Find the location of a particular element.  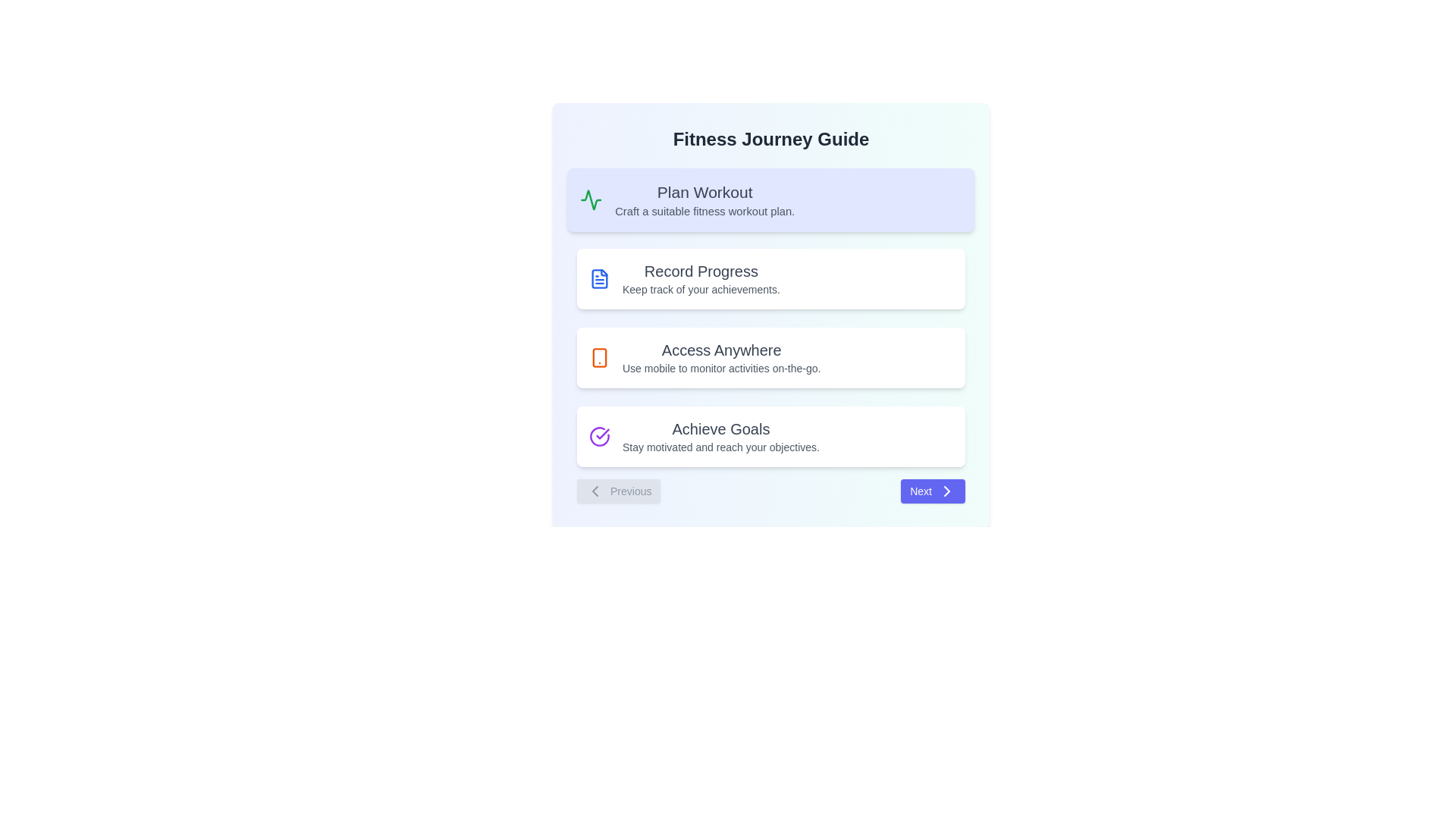

the third card element in the vertical list, which features a white background, a bold title 'Access Anywhere', and an orange device icon on the left is located at coordinates (771, 357).